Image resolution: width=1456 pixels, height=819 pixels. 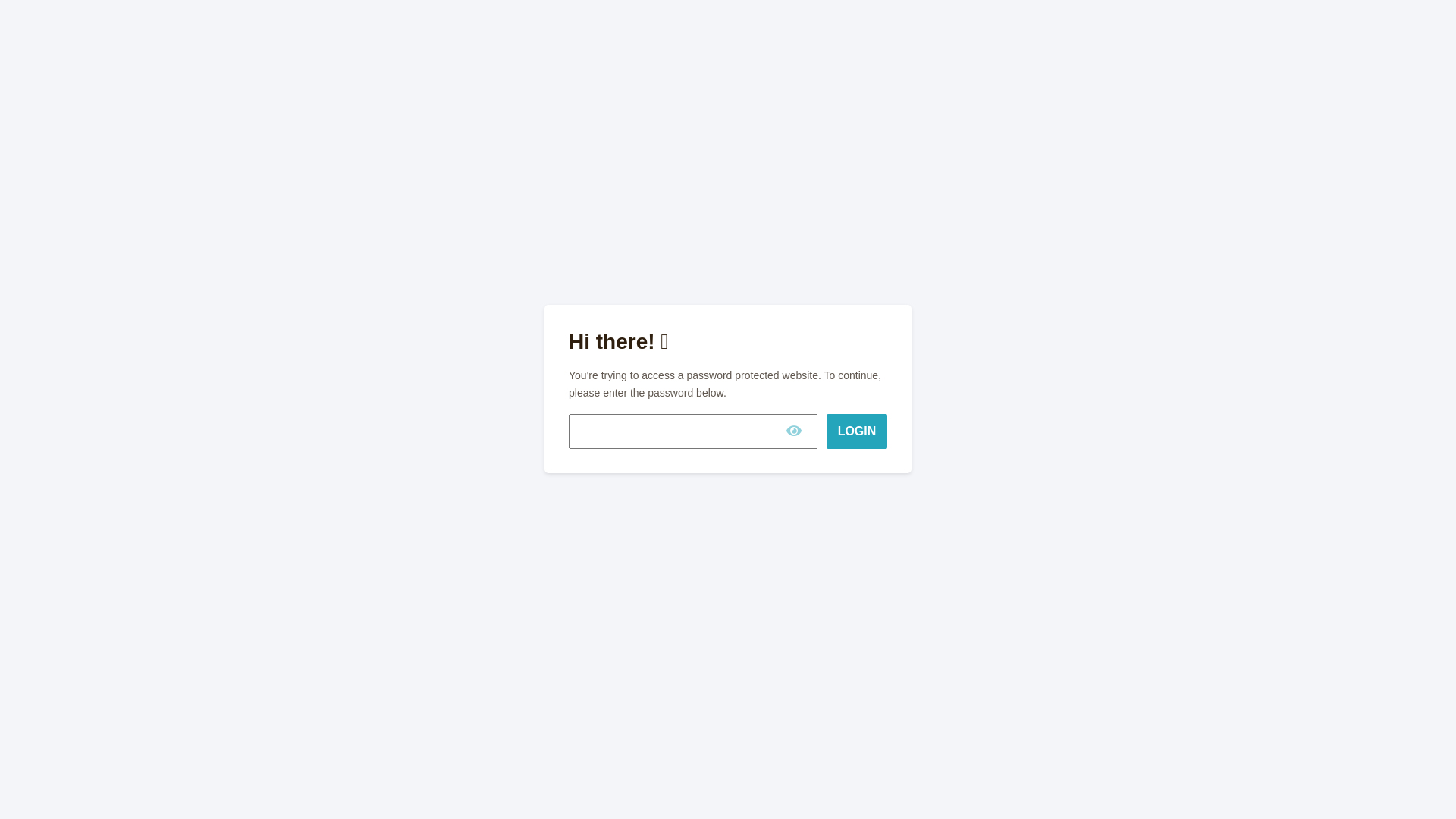 What do you see at coordinates (856, 431) in the screenshot?
I see `'Login'` at bounding box center [856, 431].